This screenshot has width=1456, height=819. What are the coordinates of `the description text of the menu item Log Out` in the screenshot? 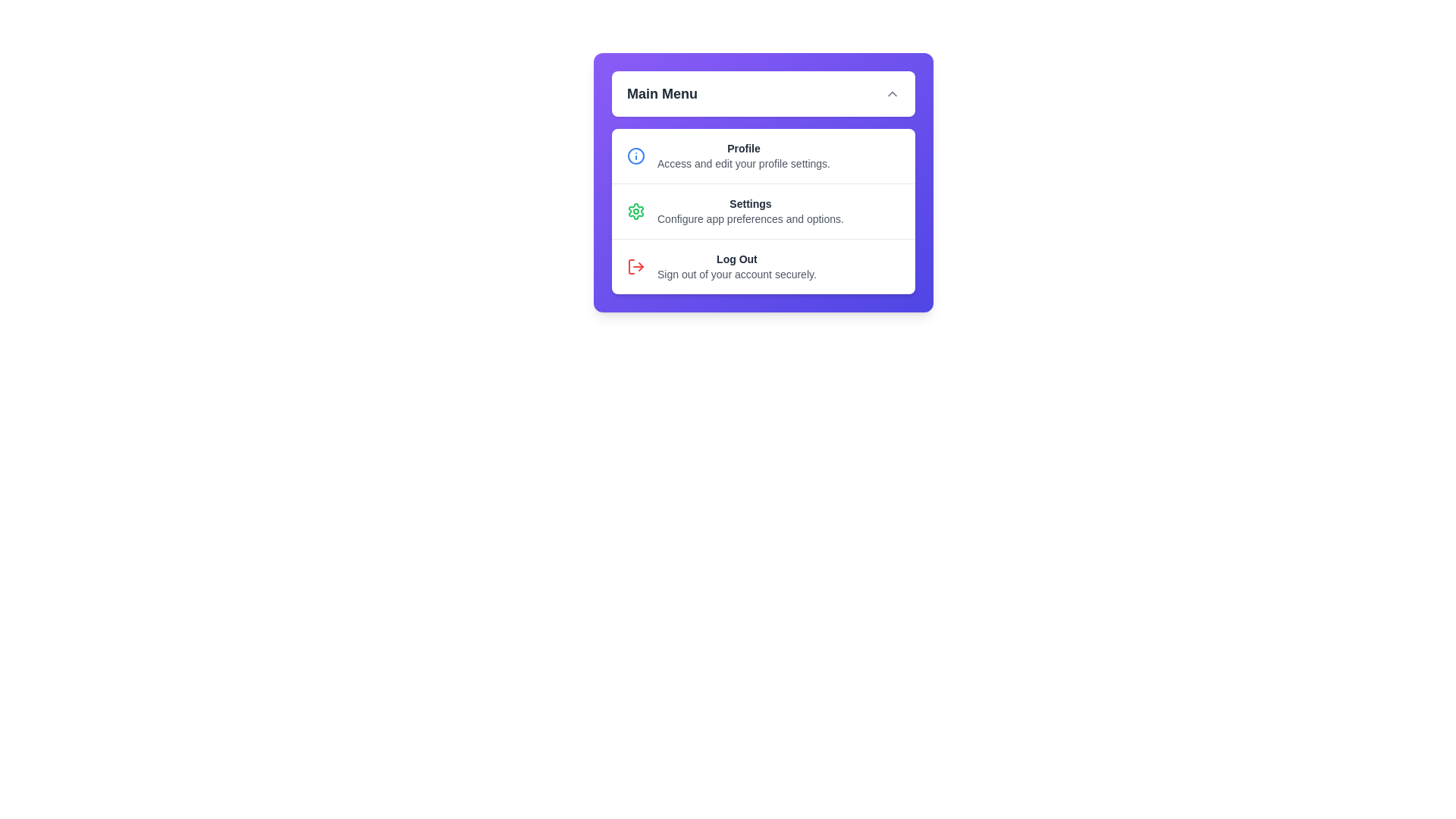 It's located at (736, 275).